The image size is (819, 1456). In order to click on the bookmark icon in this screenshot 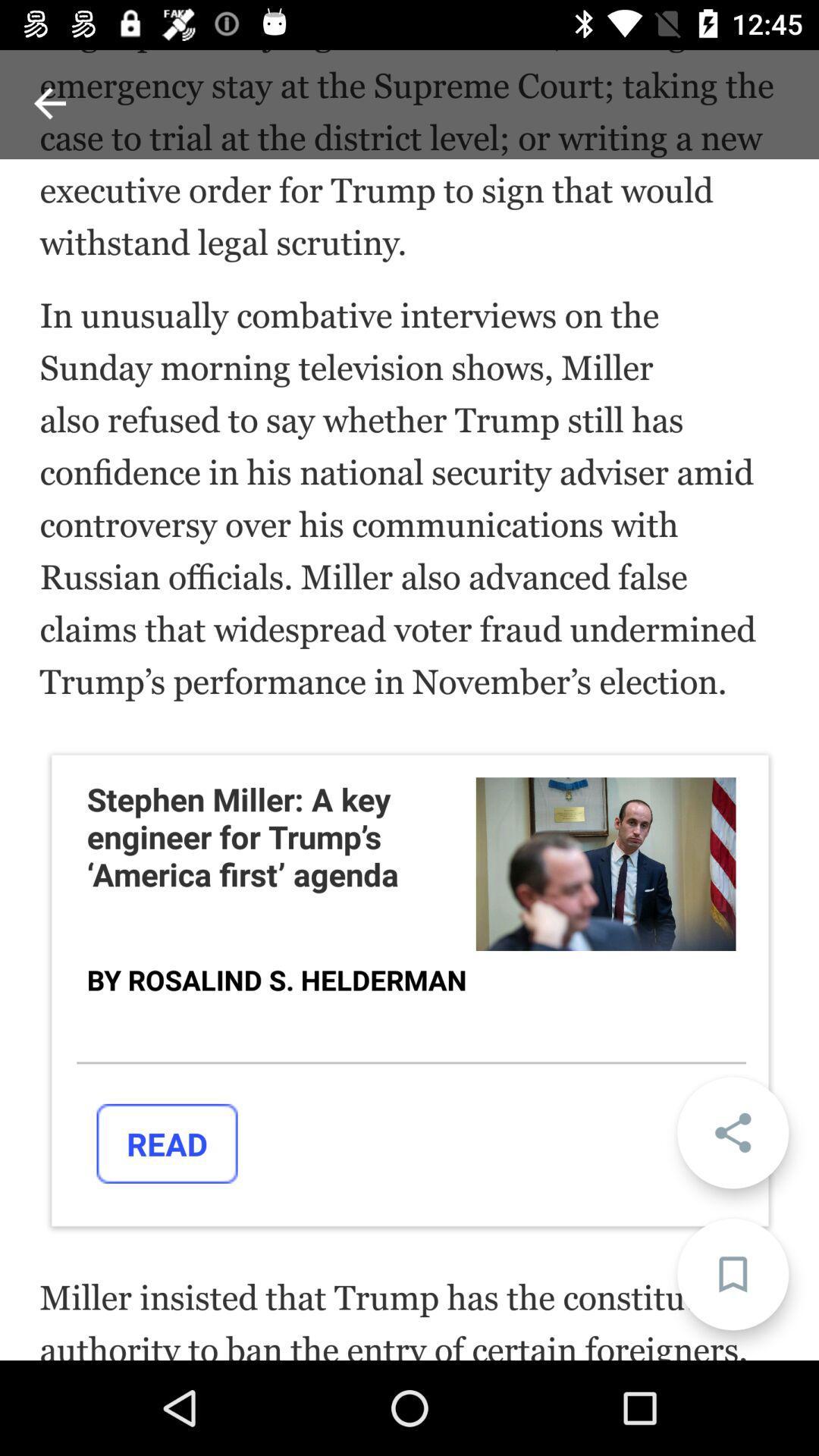, I will do `click(732, 1274)`.